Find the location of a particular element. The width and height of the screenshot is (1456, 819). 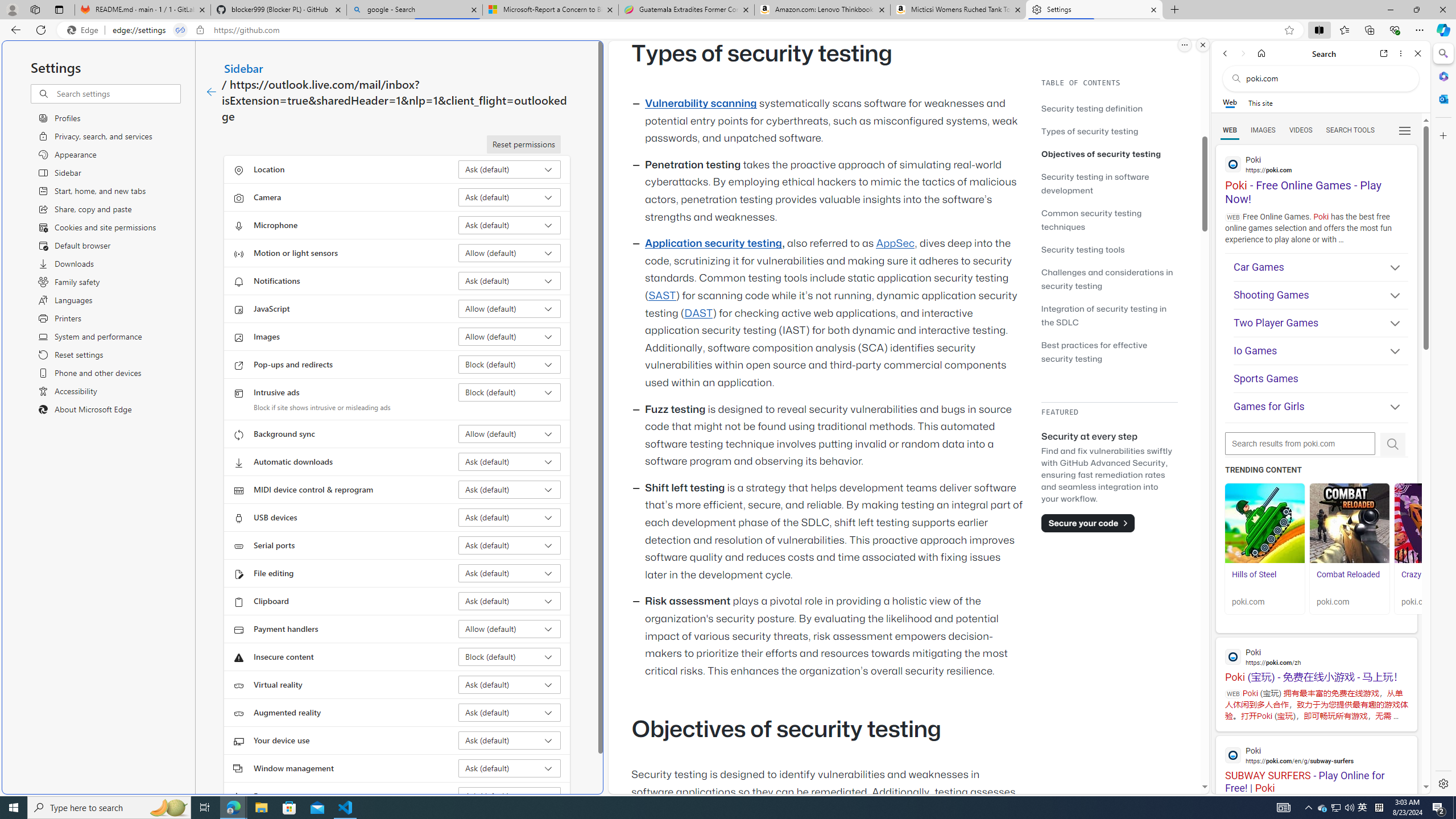

'Vulnerability scanning' is located at coordinates (700, 103).